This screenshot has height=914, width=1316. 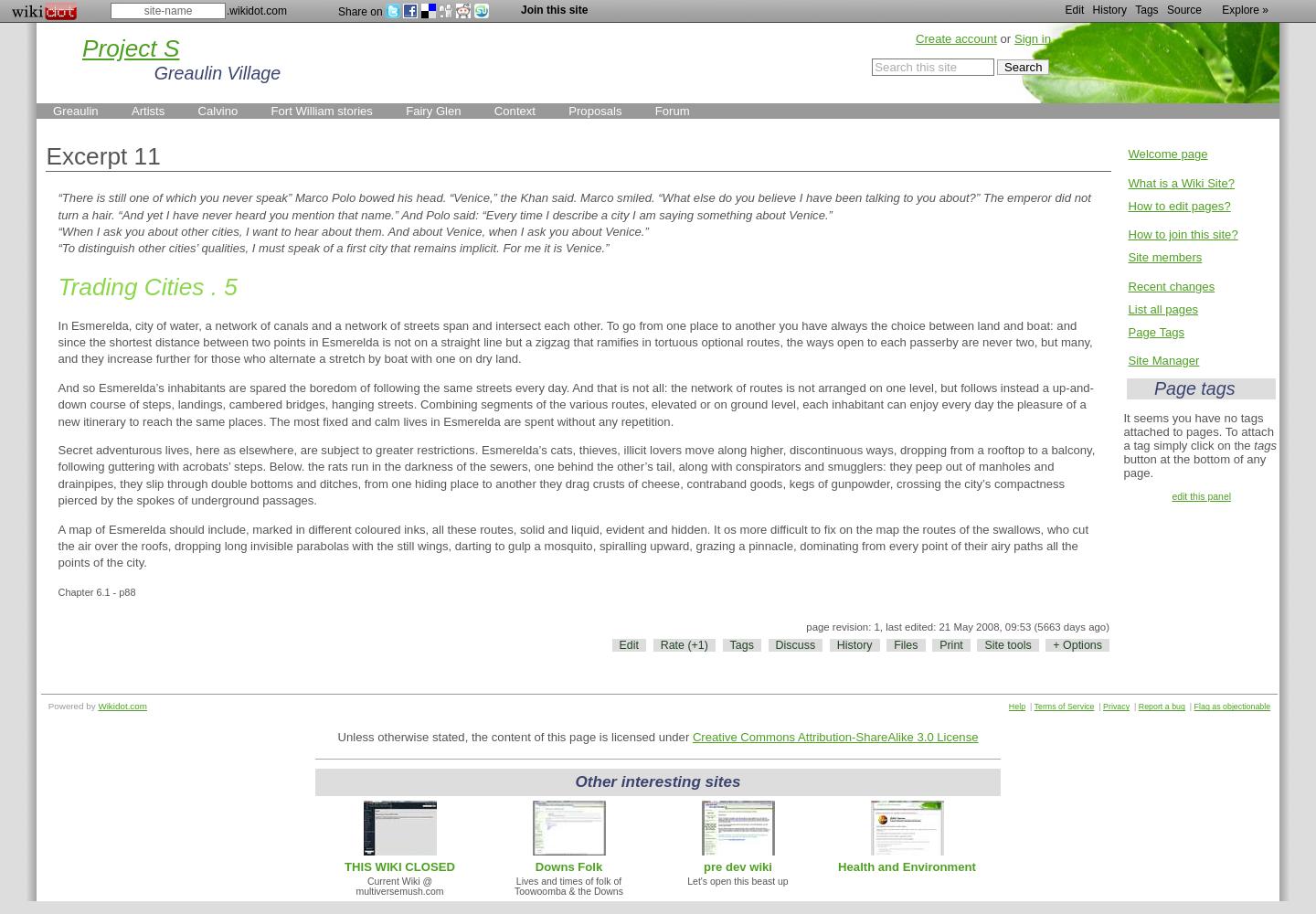 I want to click on 'Files', so click(x=905, y=644).